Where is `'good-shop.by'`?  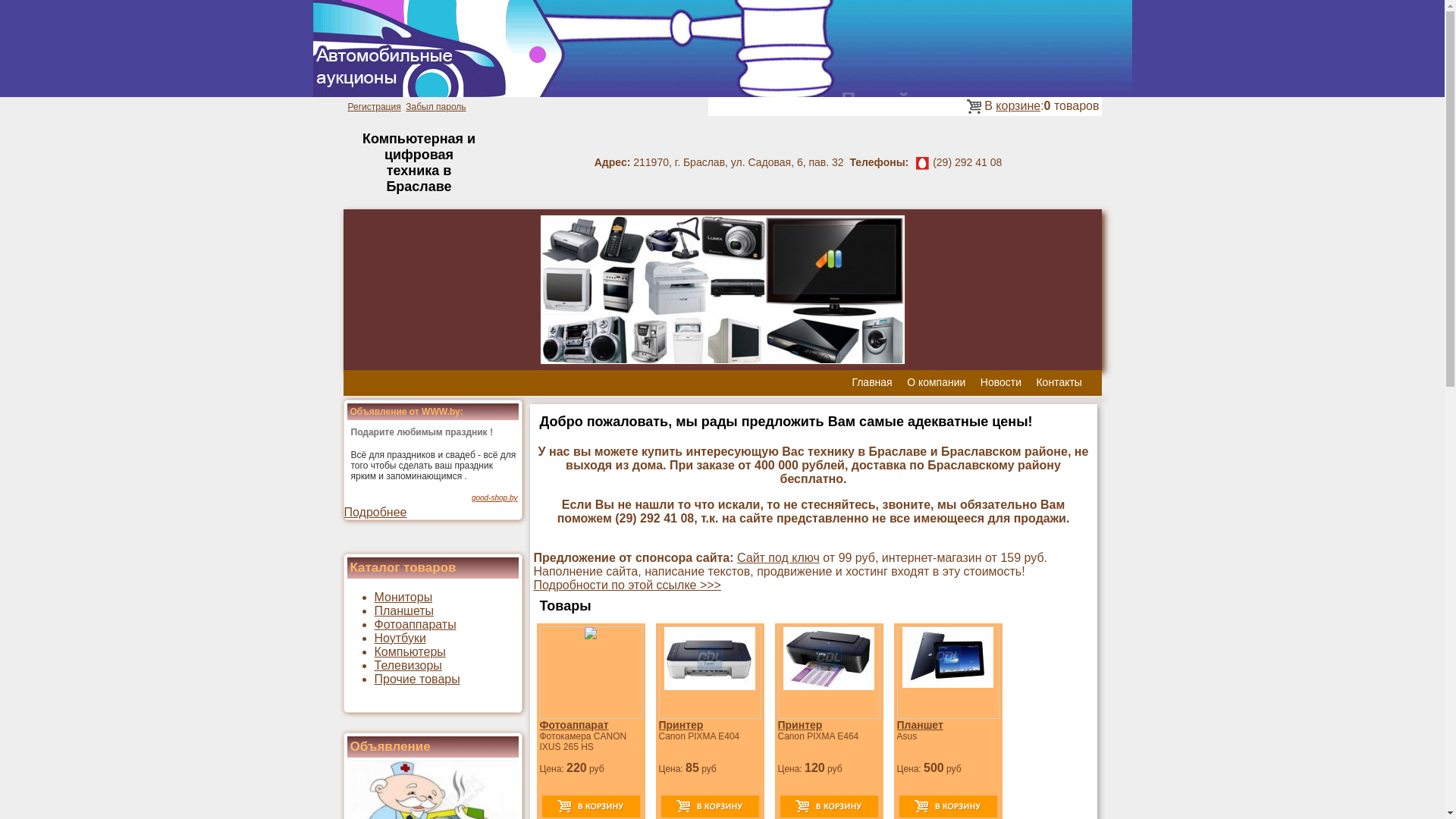 'good-shop.by' is located at coordinates (494, 497).